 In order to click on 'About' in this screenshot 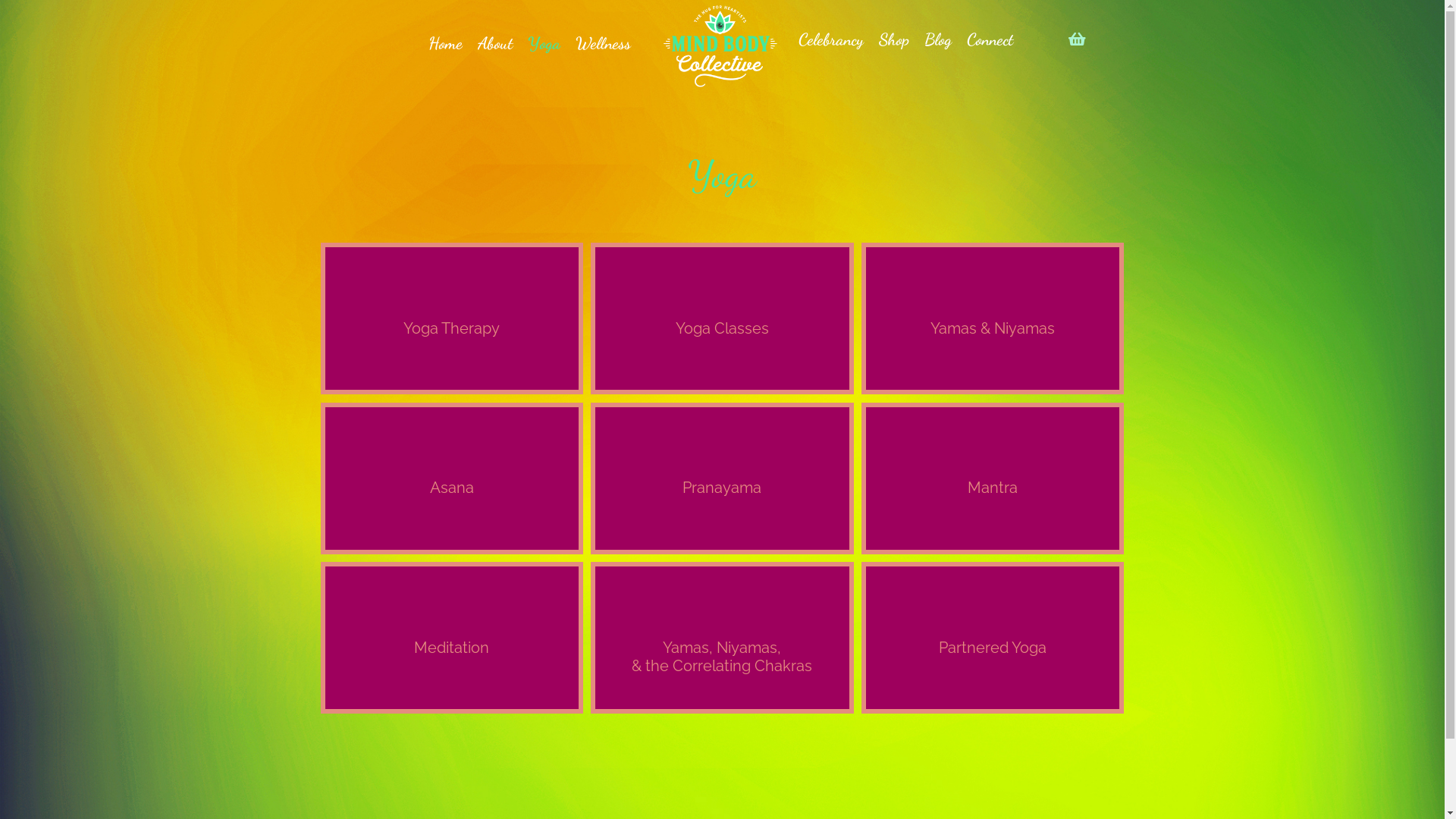, I will do `click(494, 42)`.